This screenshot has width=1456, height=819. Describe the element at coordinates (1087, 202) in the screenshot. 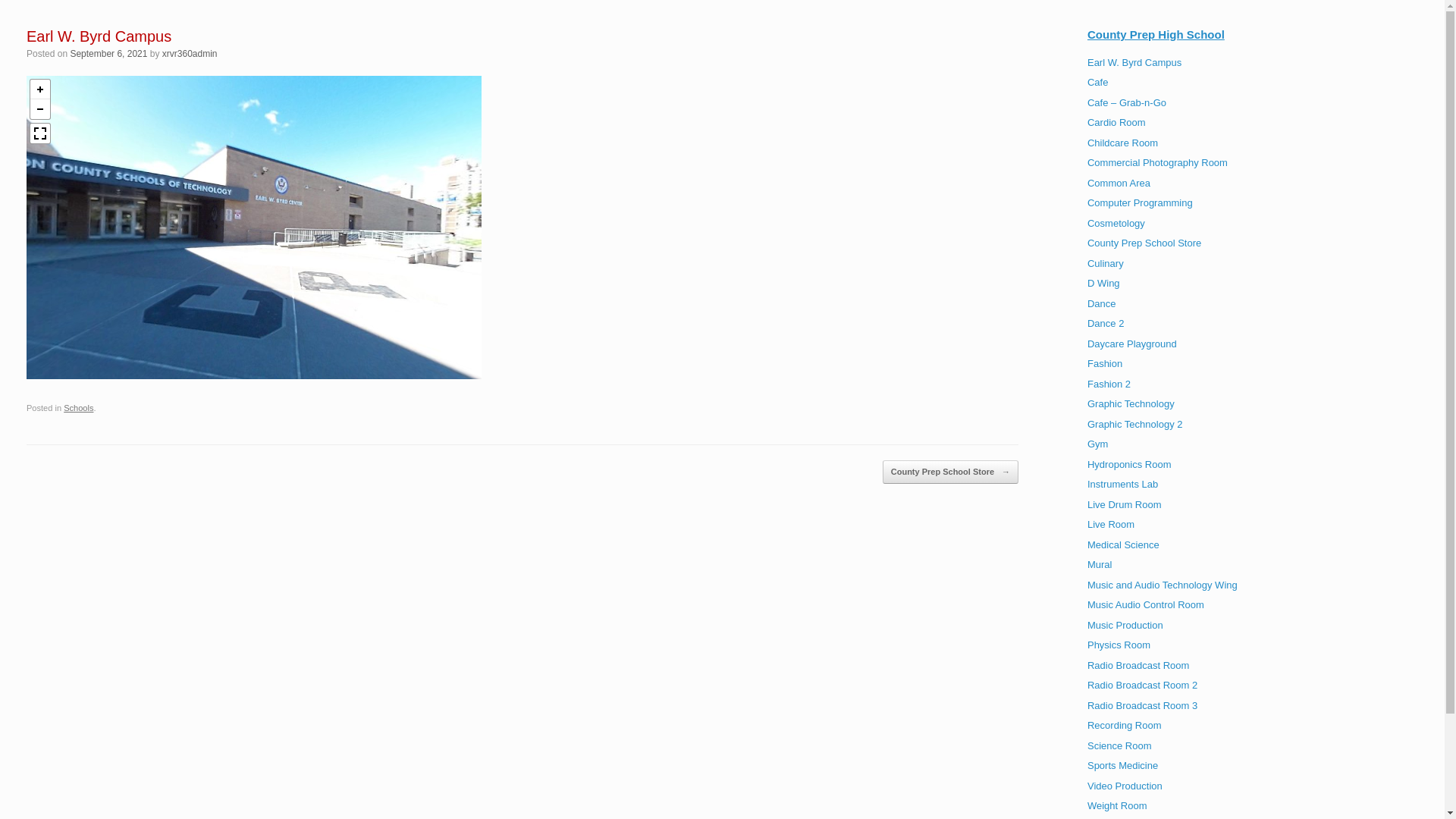

I see `'Computer Programming'` at that location.